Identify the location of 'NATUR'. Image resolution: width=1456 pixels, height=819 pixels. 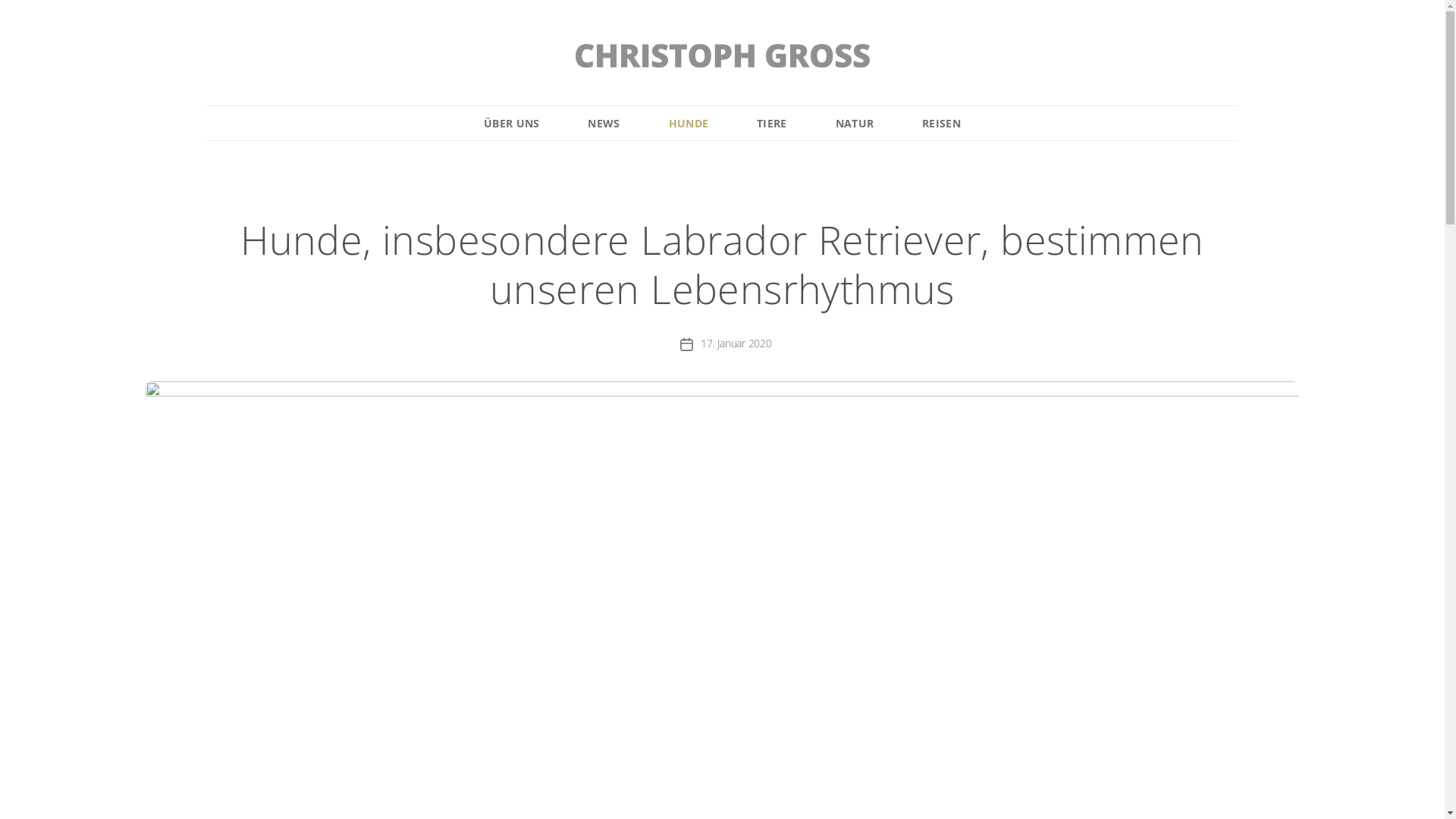
(855, 122).